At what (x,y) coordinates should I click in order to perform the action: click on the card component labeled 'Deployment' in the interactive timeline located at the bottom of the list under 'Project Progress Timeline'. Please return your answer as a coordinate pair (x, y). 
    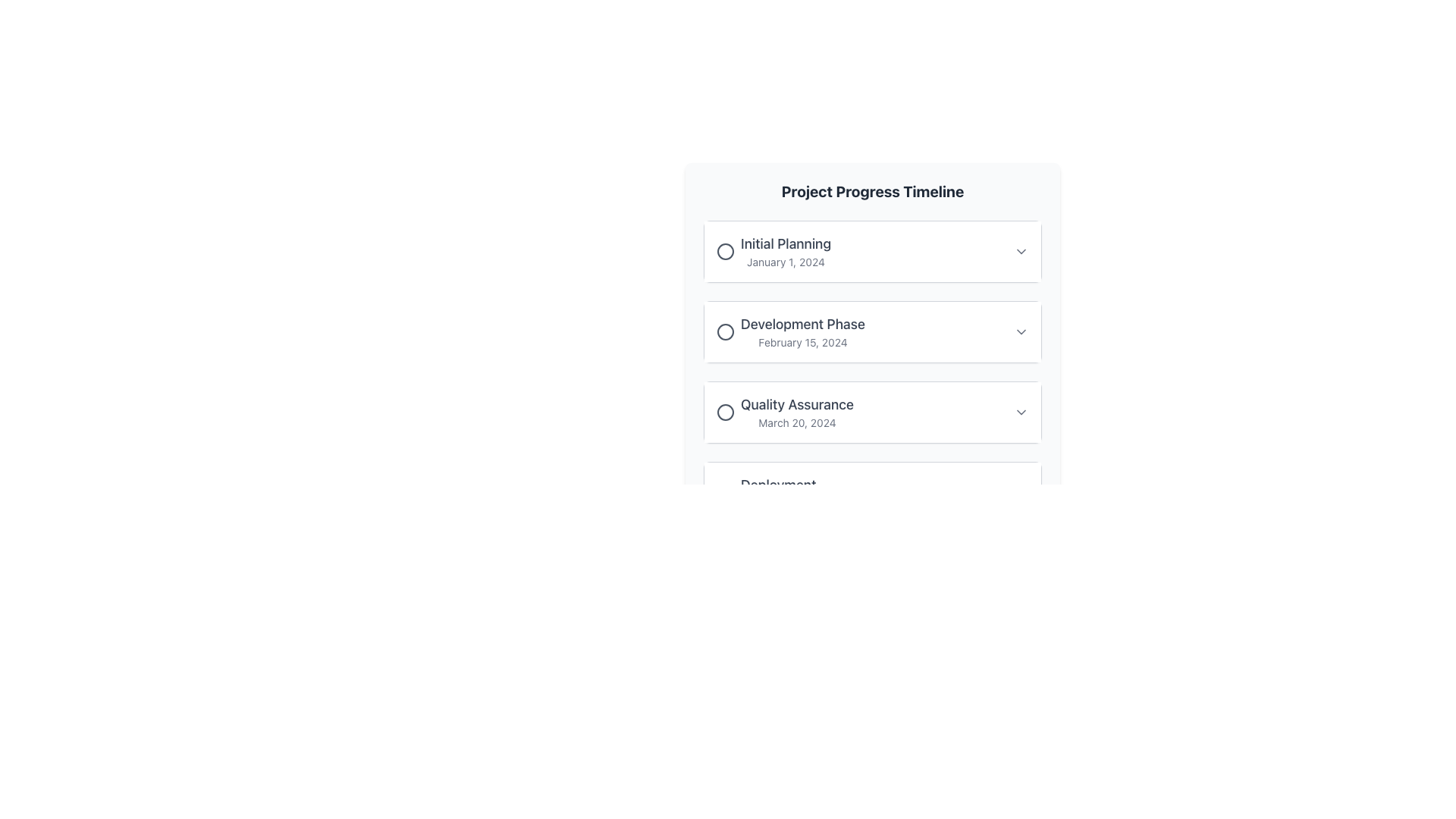
    Looking at the image, I should click on (873, 493).